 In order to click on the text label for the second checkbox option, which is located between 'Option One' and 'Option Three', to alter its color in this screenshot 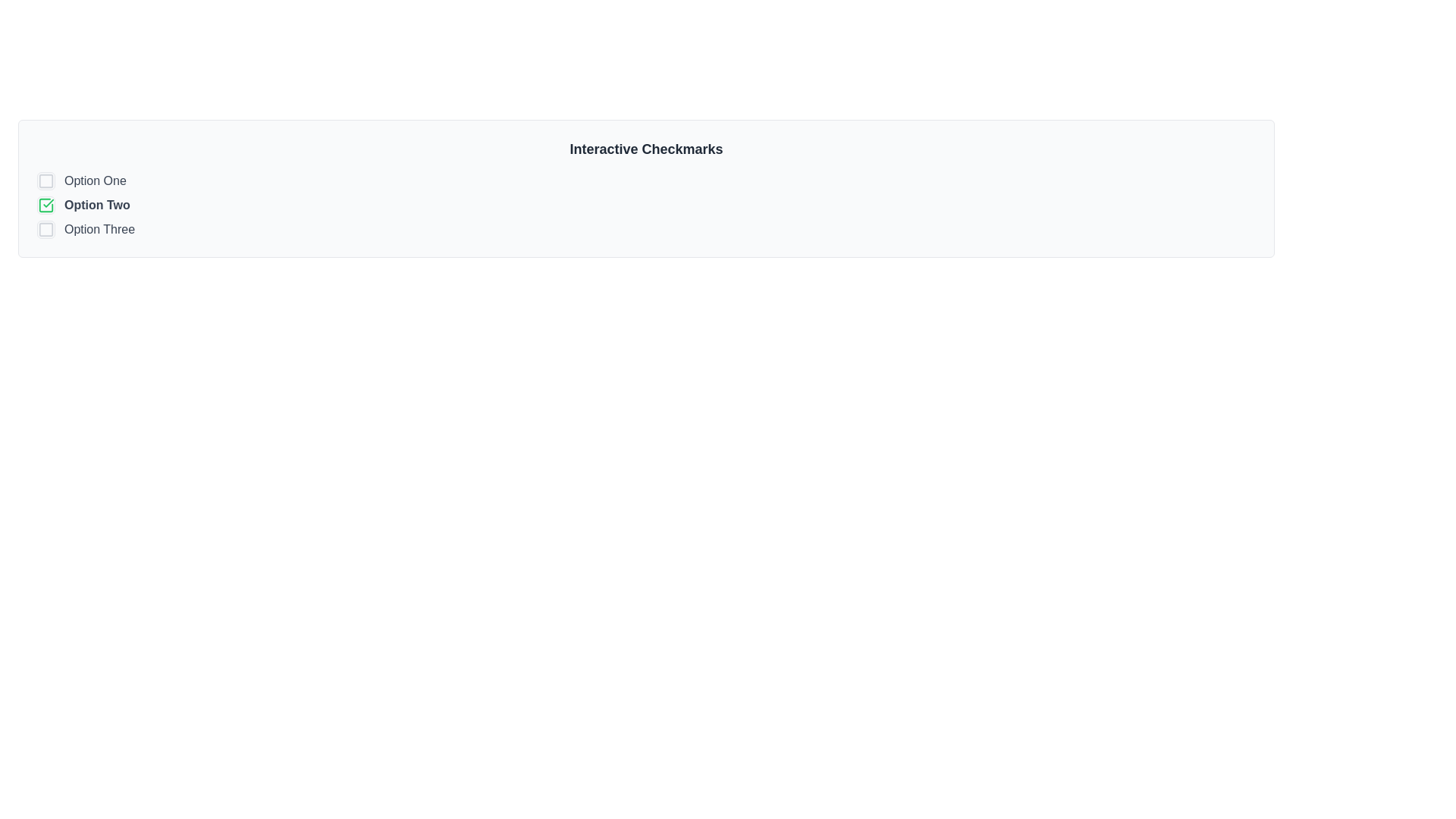, I will do `click(96, 205)`.